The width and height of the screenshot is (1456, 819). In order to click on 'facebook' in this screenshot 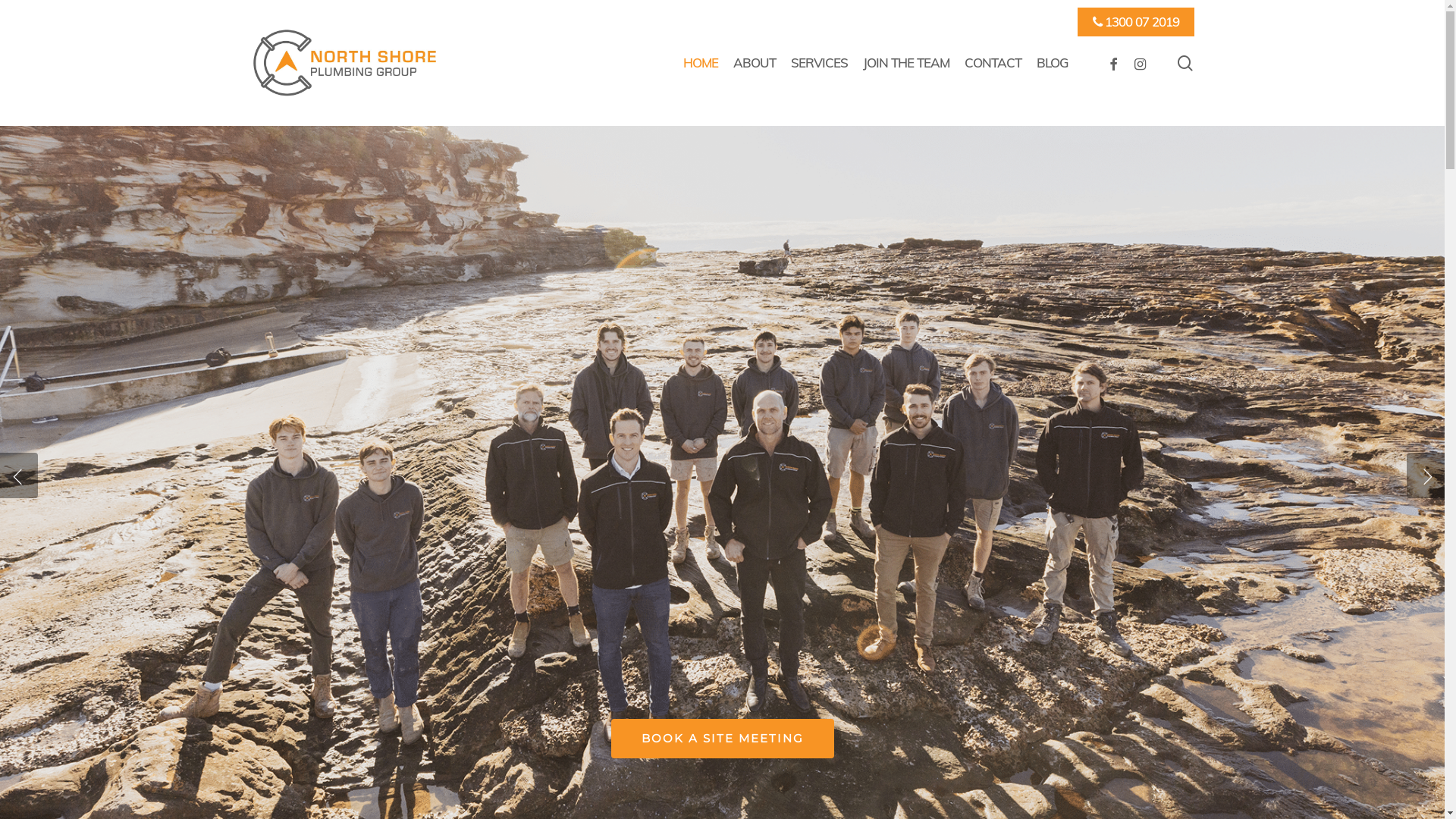, I will do `click(1112, 62)`.